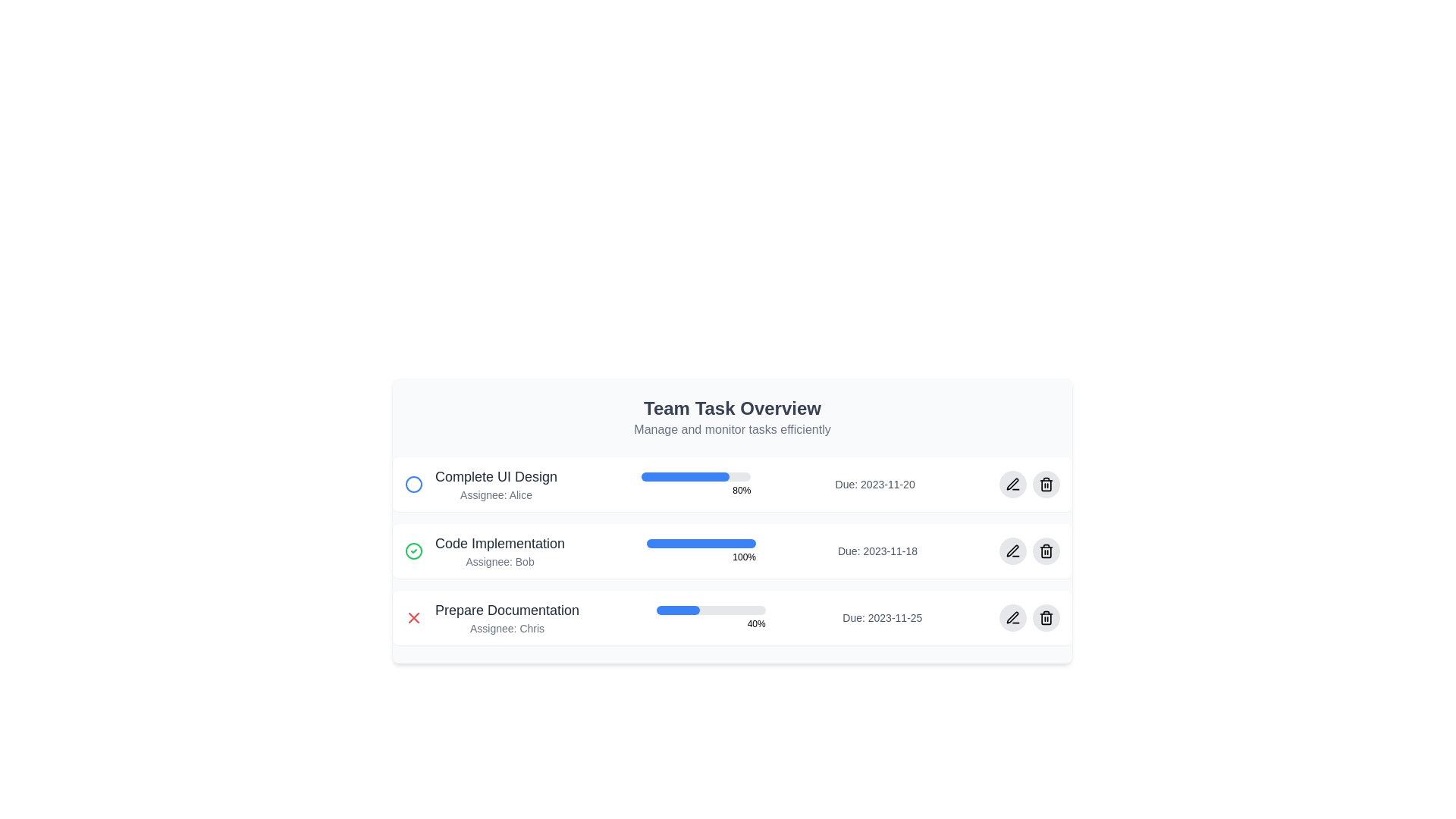 The height and width of the screenshot is (819, 1456). I want to click on the first progress bar in the vertical list of task descriptions, located adjacent to the right of 'Complete UI Design' and left of the due date, so click(695, 475).